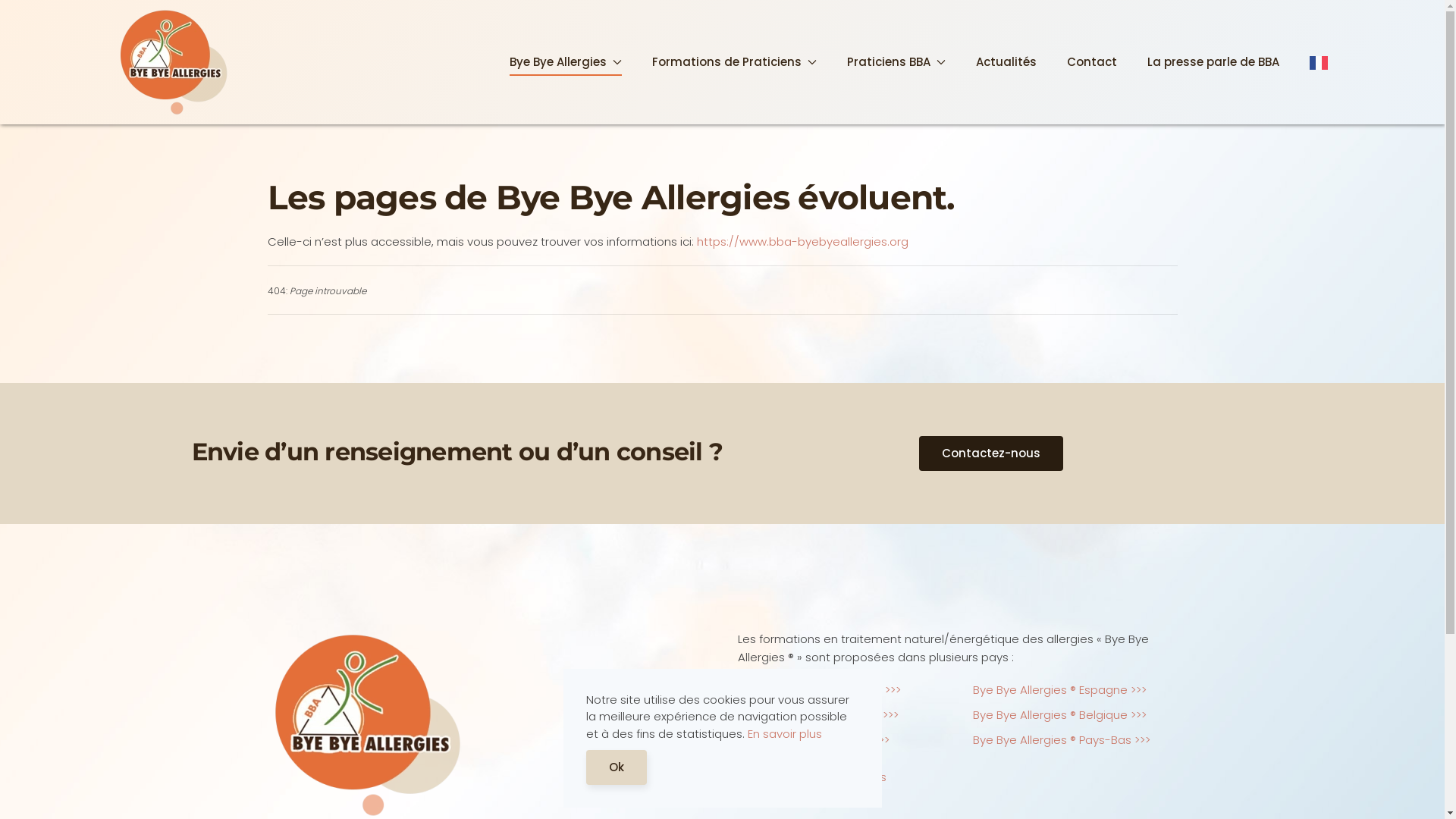  I want to click on 'Formations de Praticiens', so click(734, 61).